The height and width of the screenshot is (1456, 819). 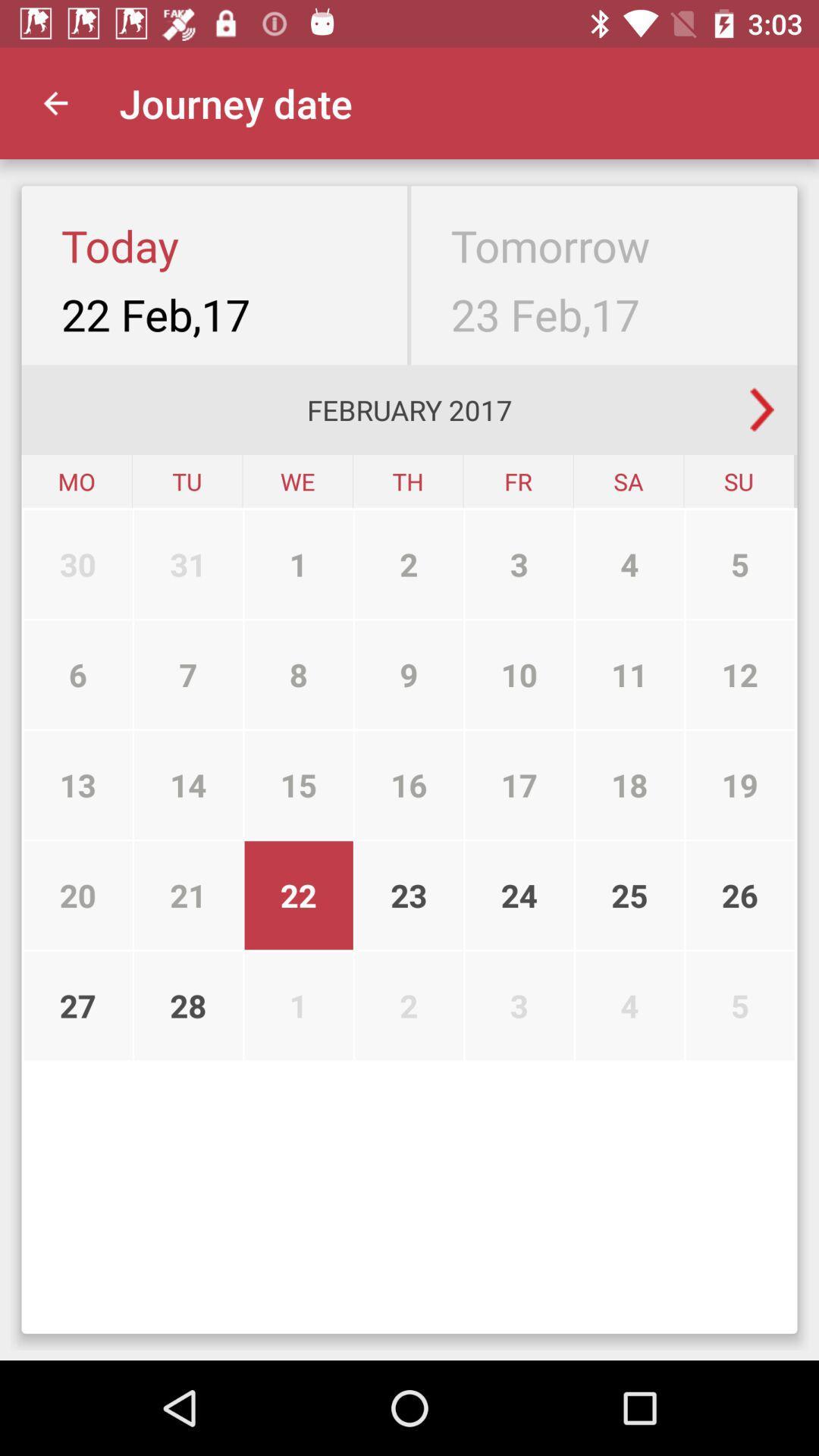 I want to click on the item next to 10 icon, so click(x=629, y=785).